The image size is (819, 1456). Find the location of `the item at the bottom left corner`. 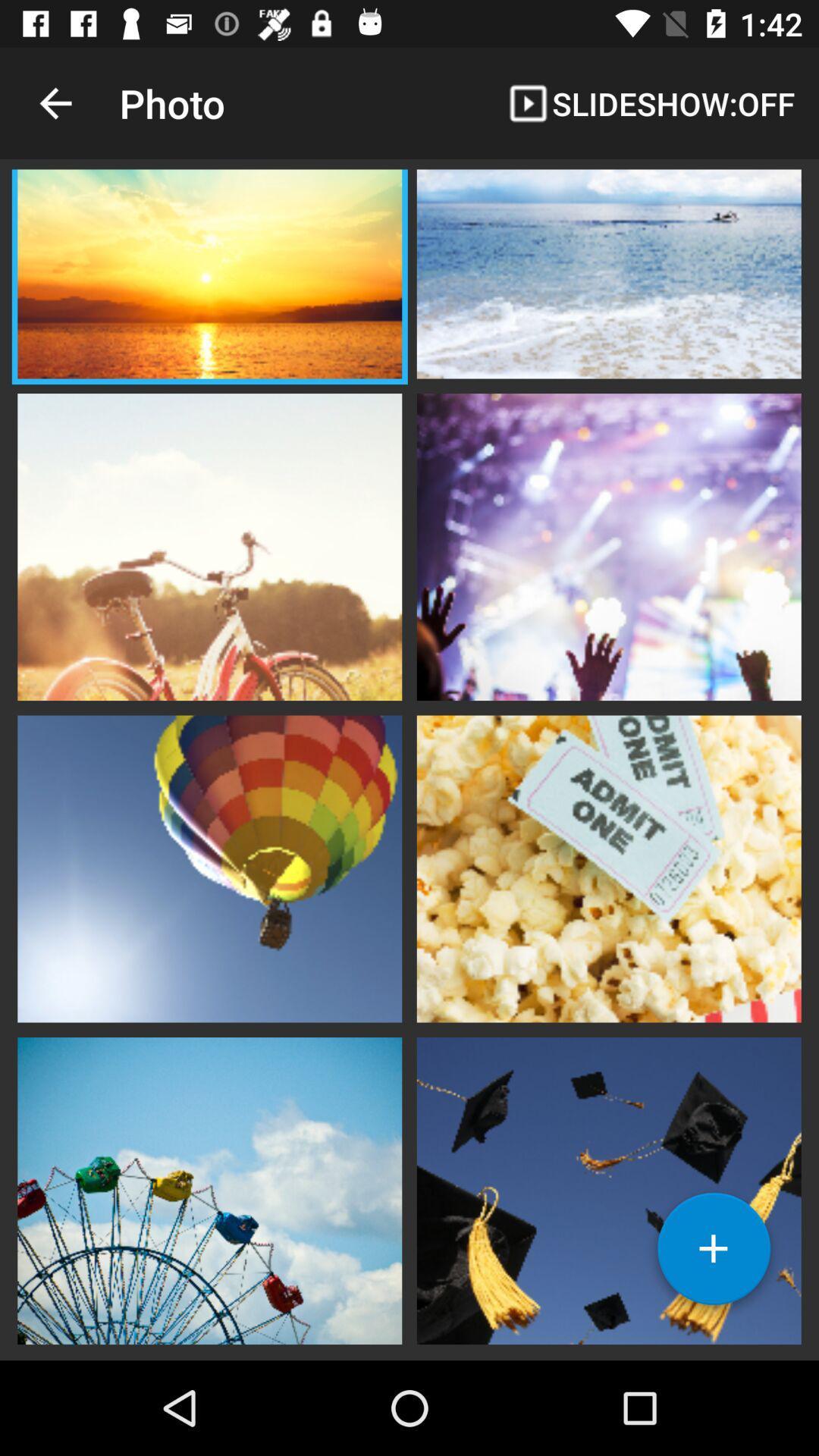

the item at the bottom left corner is located at coordinates (209, 1188).